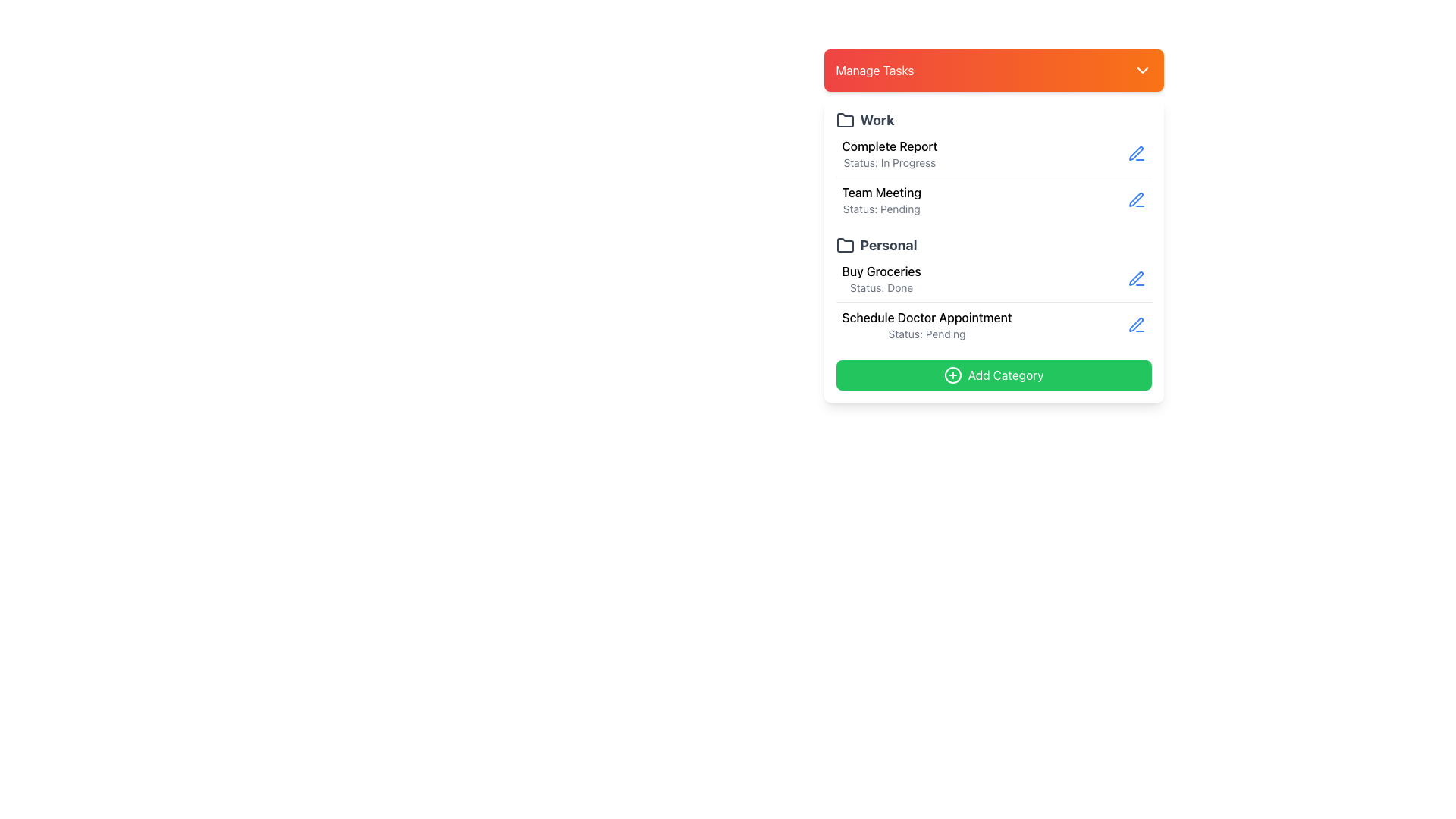  I want to click on text content of the Task item display labeled 'Complete Report' with the status 'In Progress', located under the 'Work' category as the first item in the task list, so click(890, 154).